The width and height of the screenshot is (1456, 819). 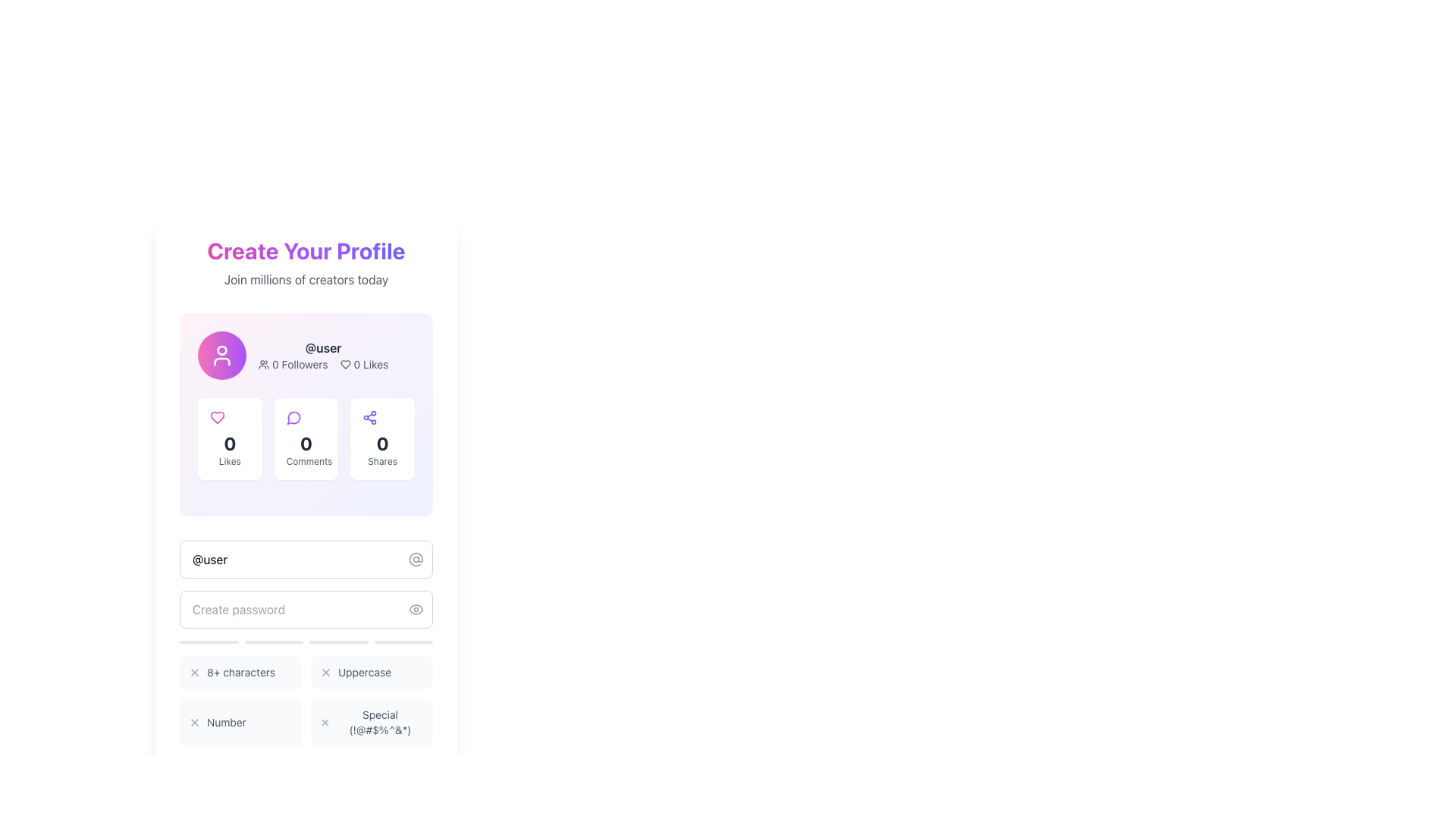 What do you see at coordinates (416, 608) in the screenshot?
I see `the Eye Icon located to the right side of the password input field to observe a color change` at bounding box center [416, 608].